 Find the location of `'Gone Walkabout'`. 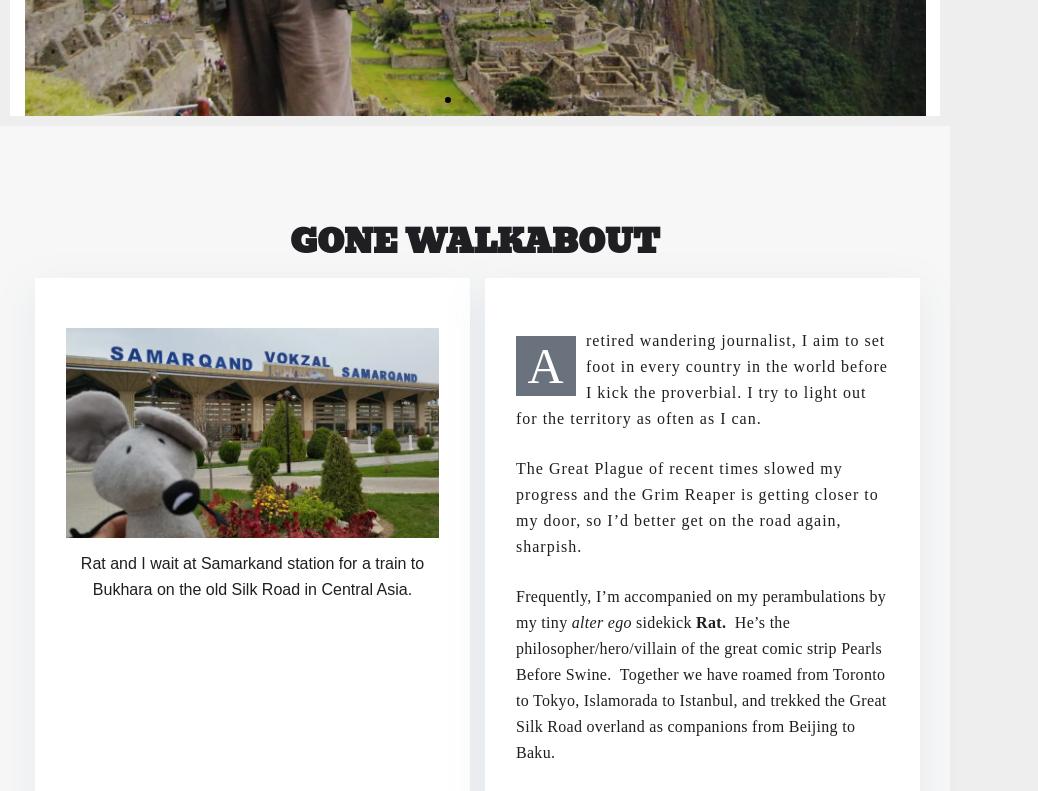

'Gone Walkabout' is located at coordinates (474, 239).